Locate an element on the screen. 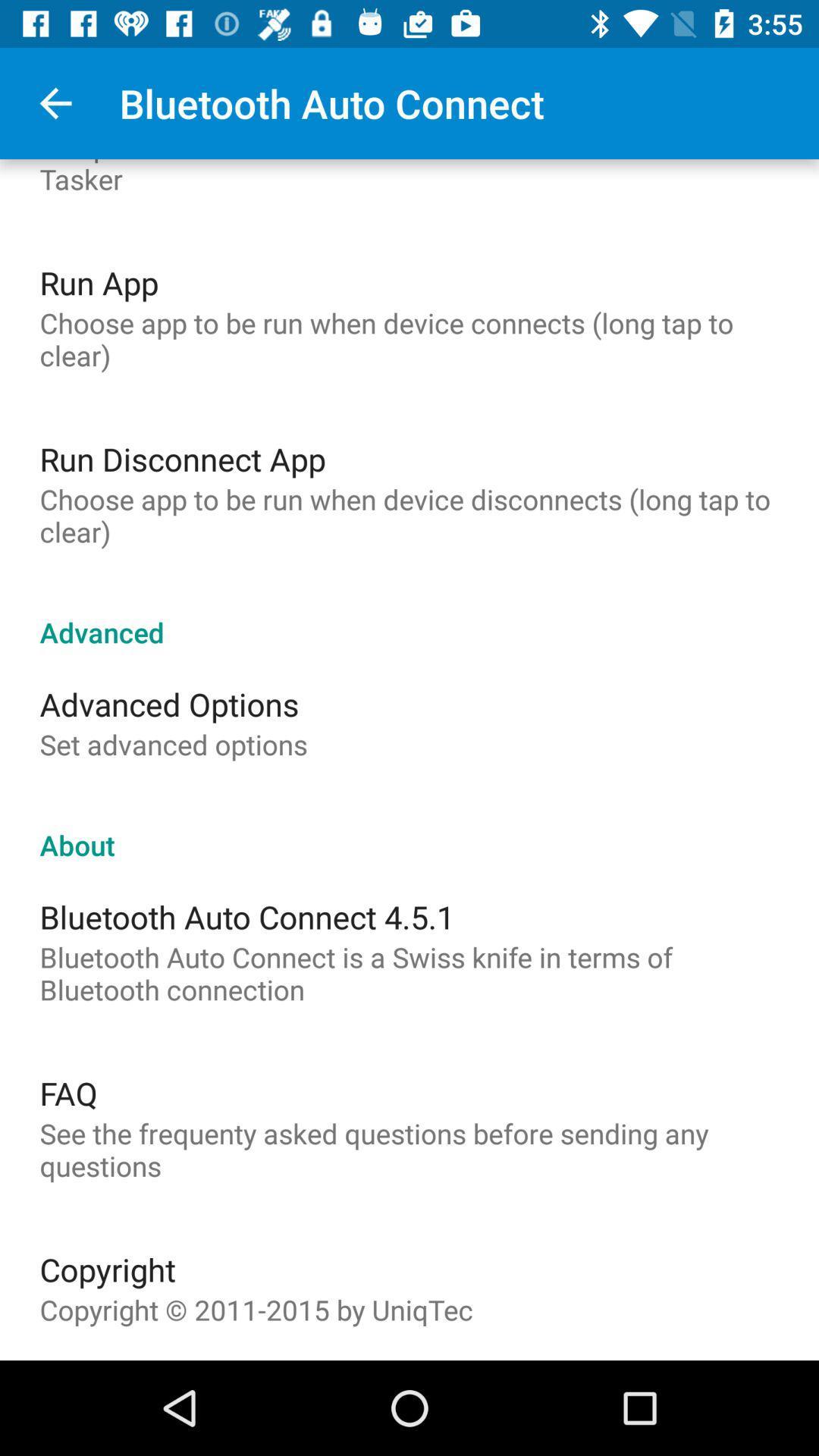 This screenshot has width=819, height=1456. the item next to bluetooth auto connect icon is located at coordinates (55, 102).